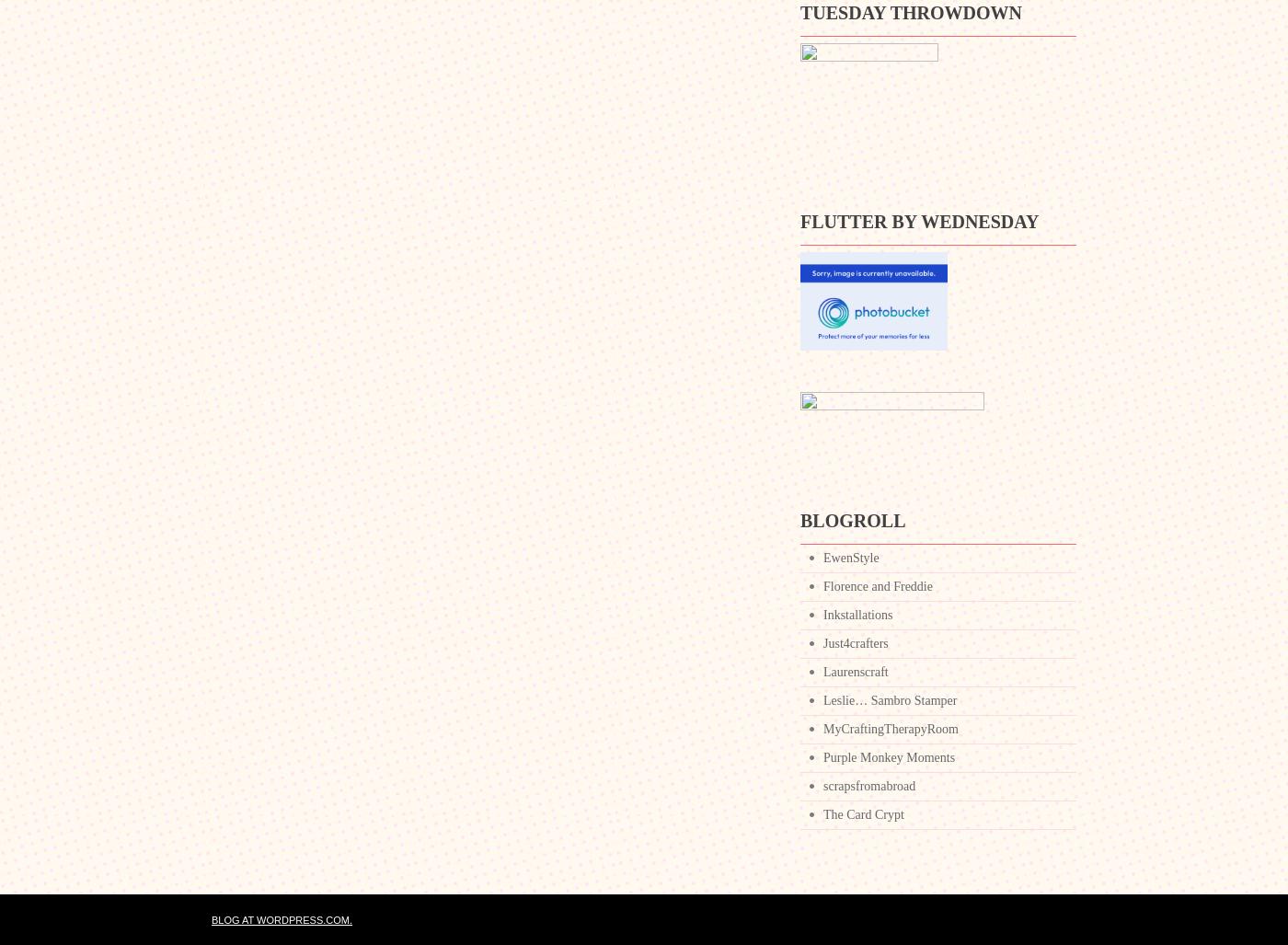  I want to click on 'Laurenscraft', so click(856, 671).